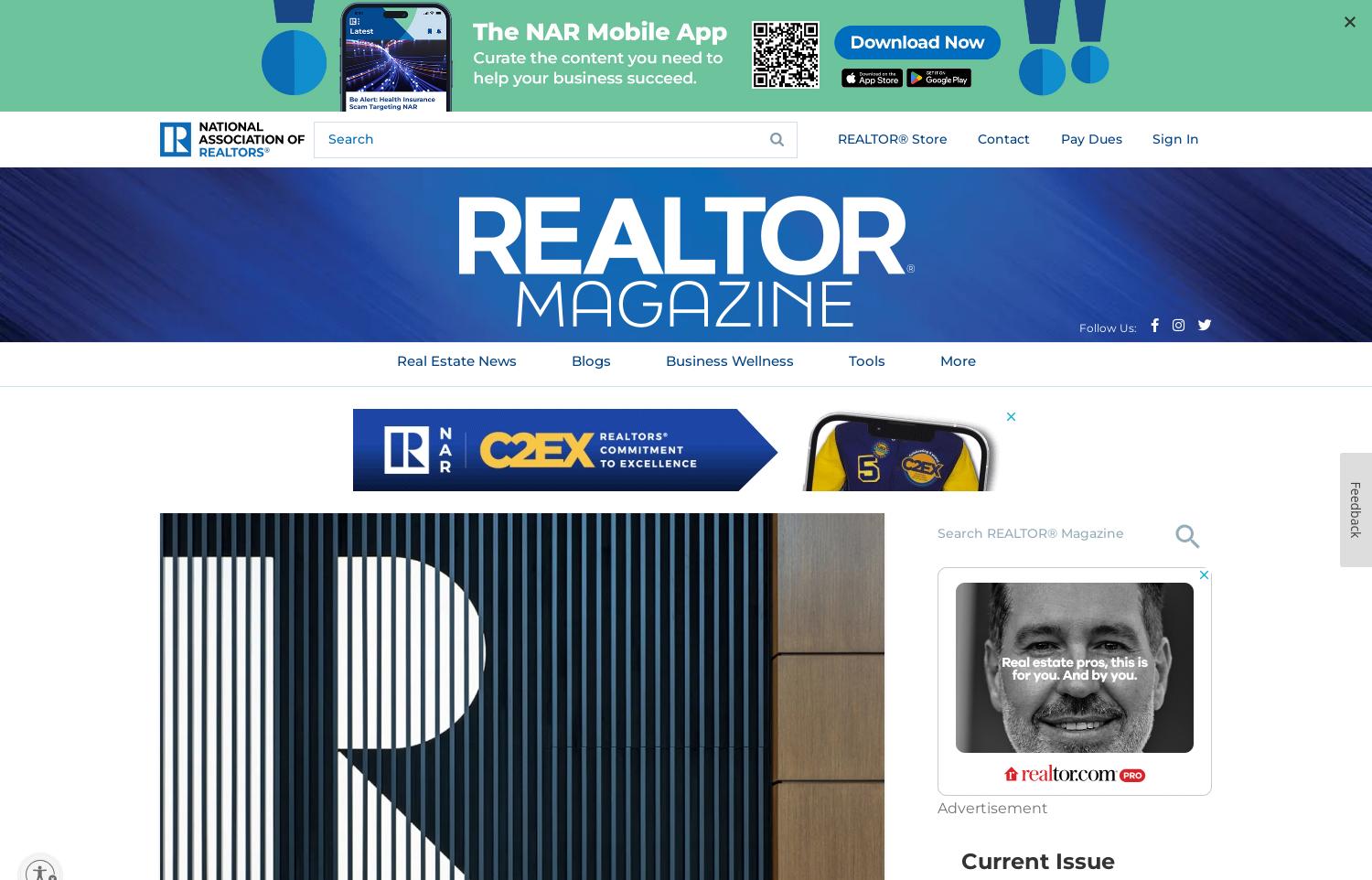 The image size is (1372, 880). I want to click on 'Go', so click(1188, 570).